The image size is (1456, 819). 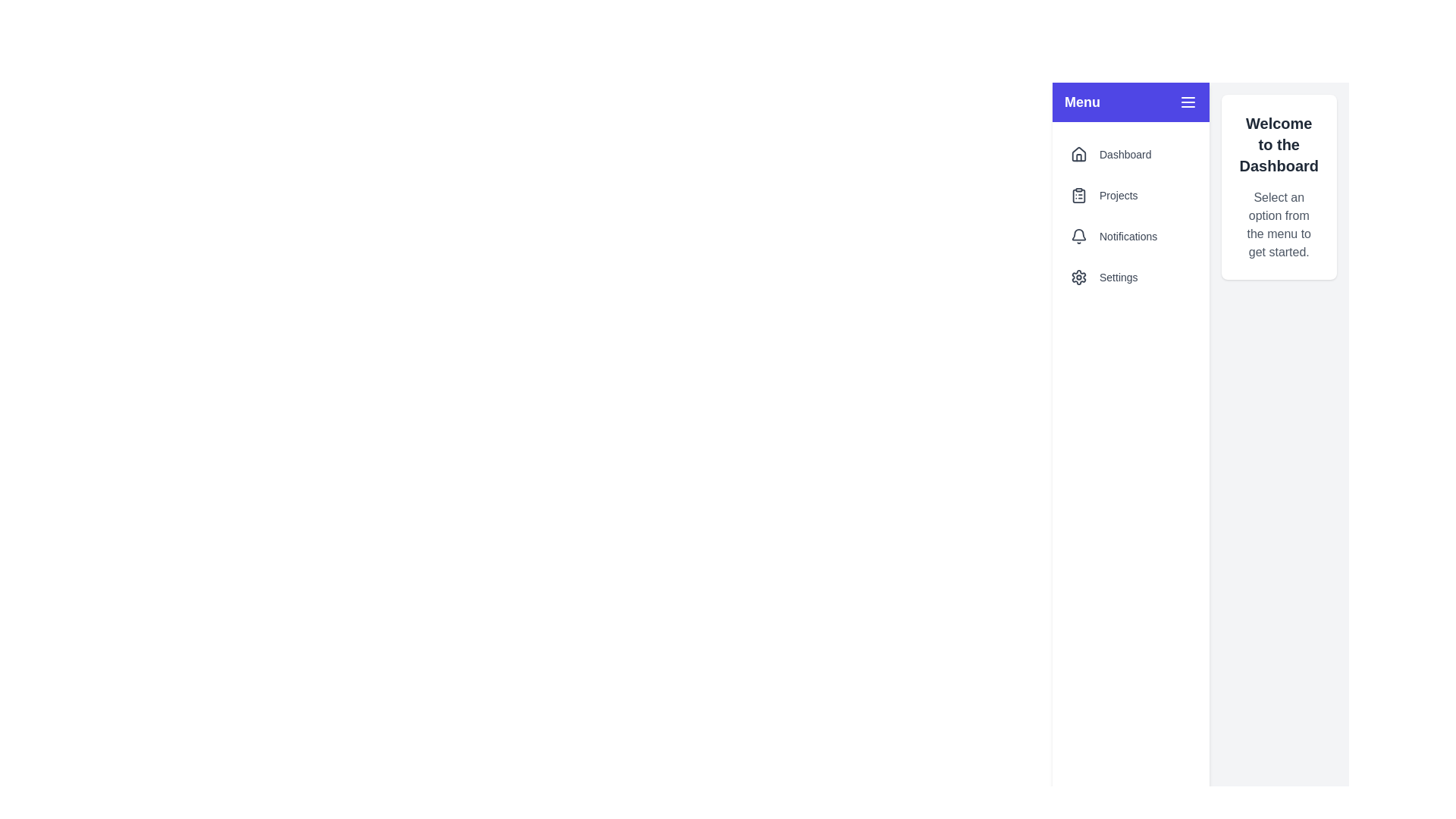 What do you see at coordinates (1131, 155) in the screenshot?
I see `the menu item Dashboard from the drawer` at bounding box center [1131, 155].